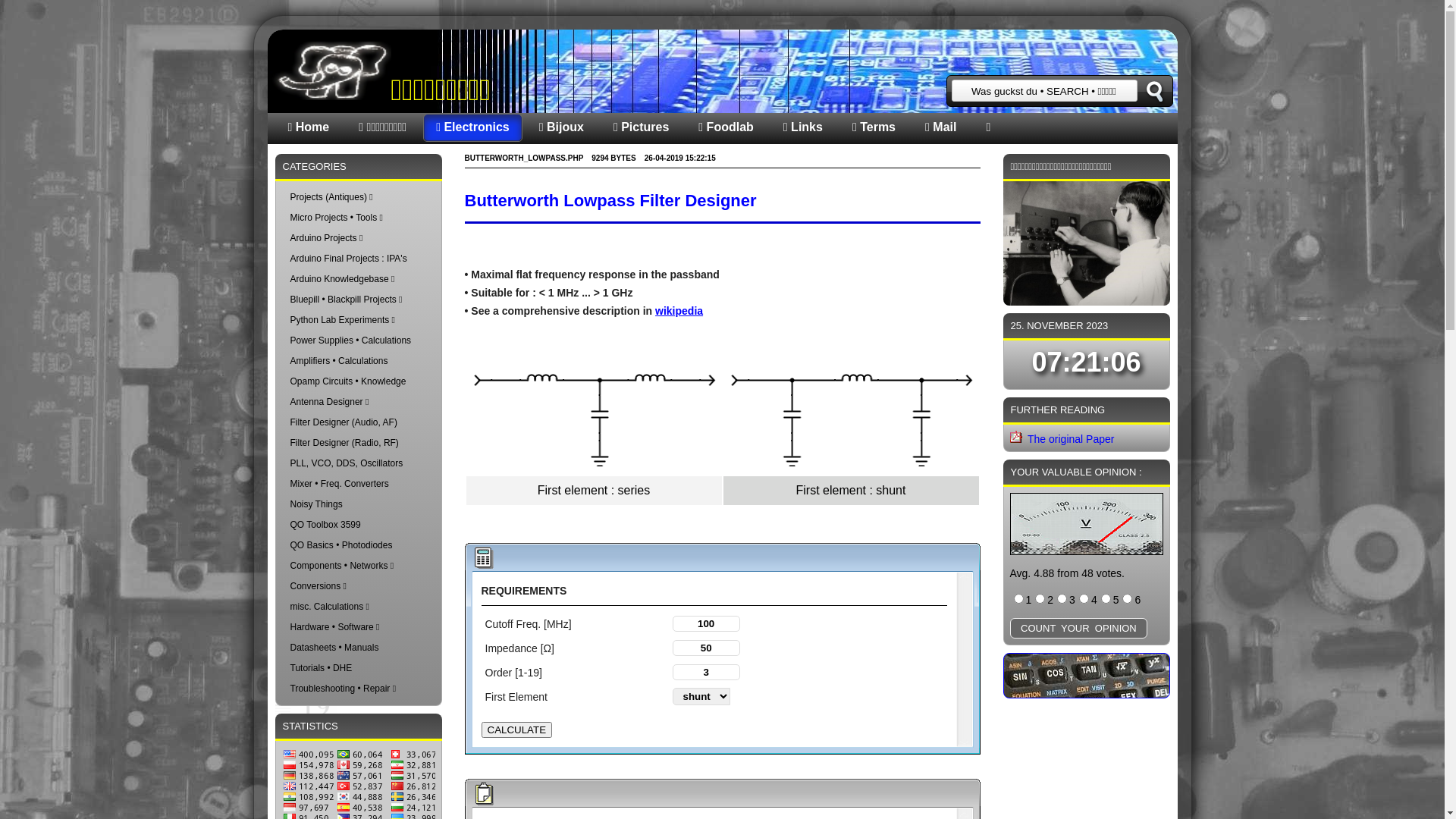  Describe the element at coordinates (315, 504) in the screenshot. I see `'Noisy Things'` at that location.